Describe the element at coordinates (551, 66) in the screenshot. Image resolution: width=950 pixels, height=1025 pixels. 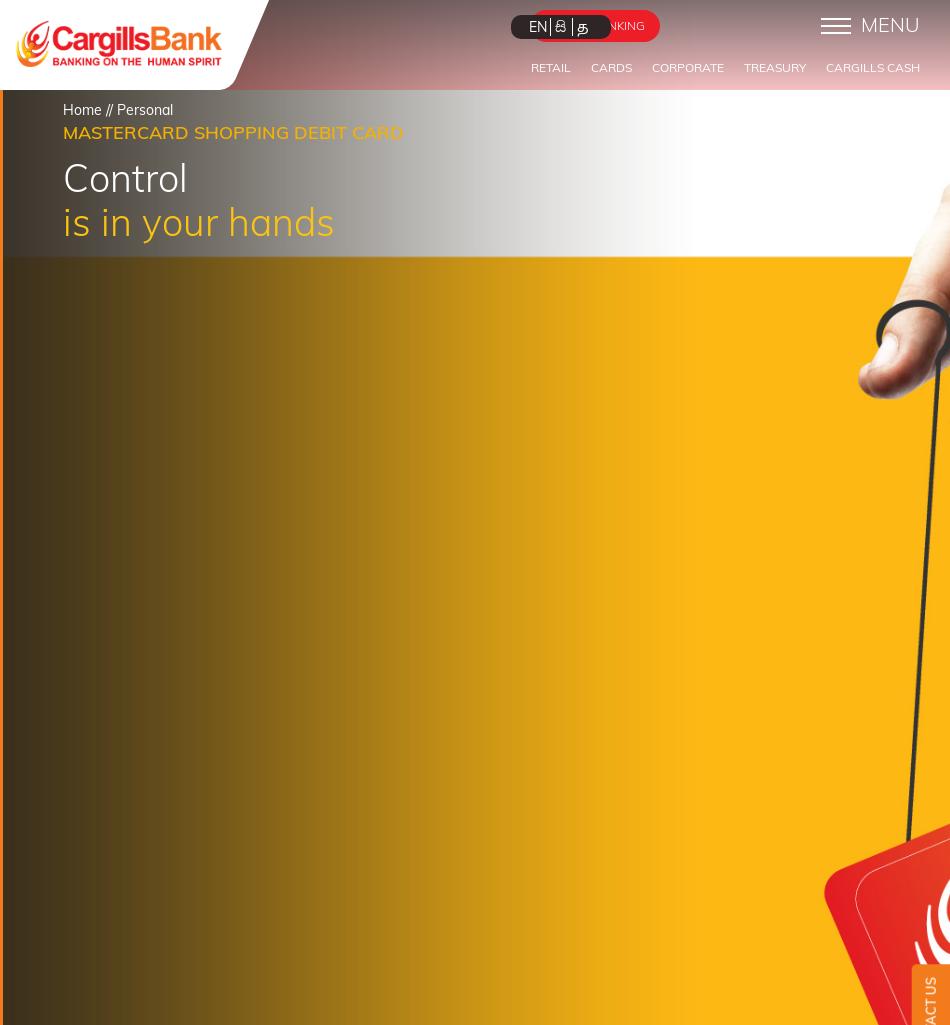
I see `'RETAIL'` at that location.